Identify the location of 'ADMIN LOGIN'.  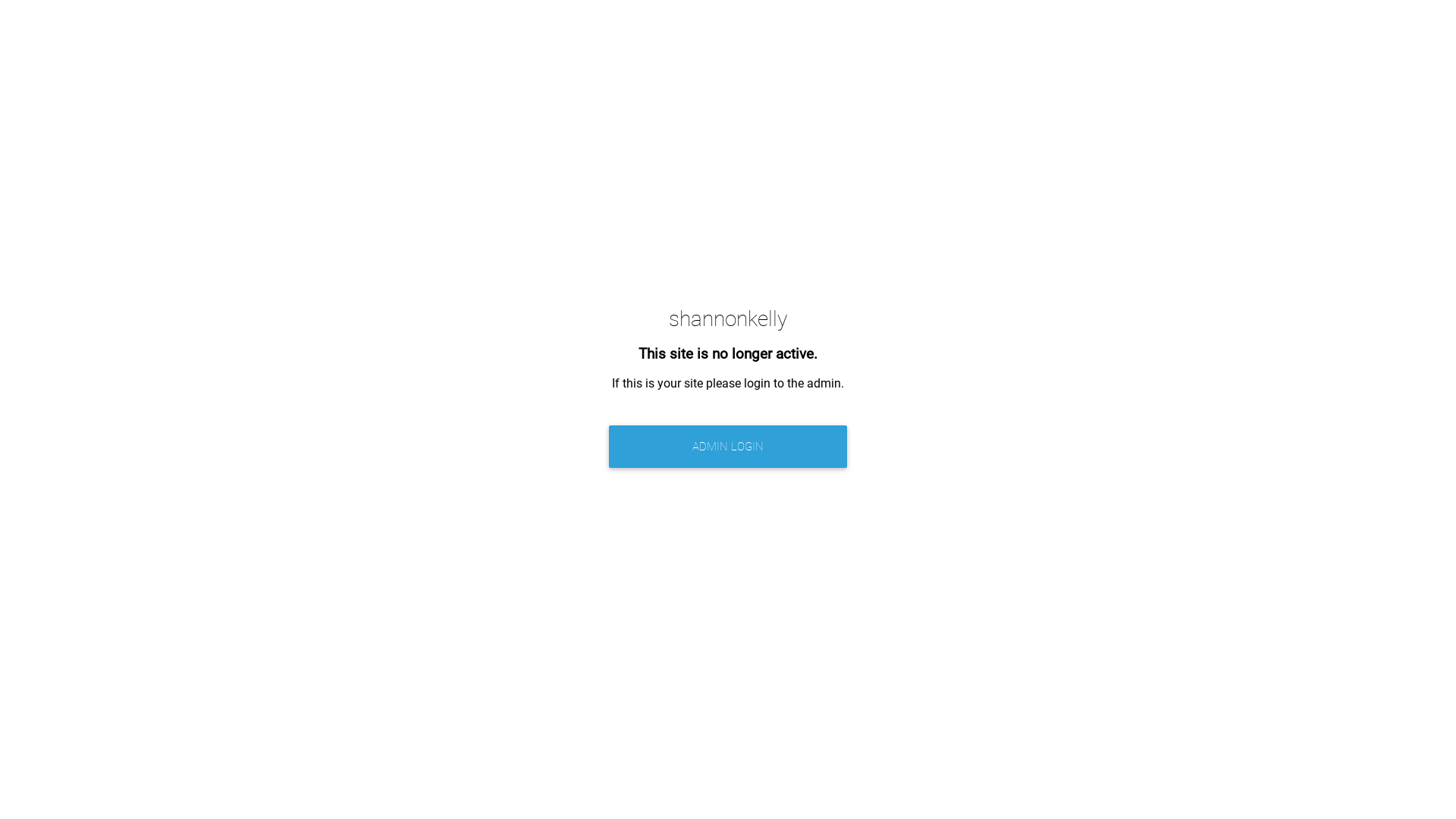
(728, 446).